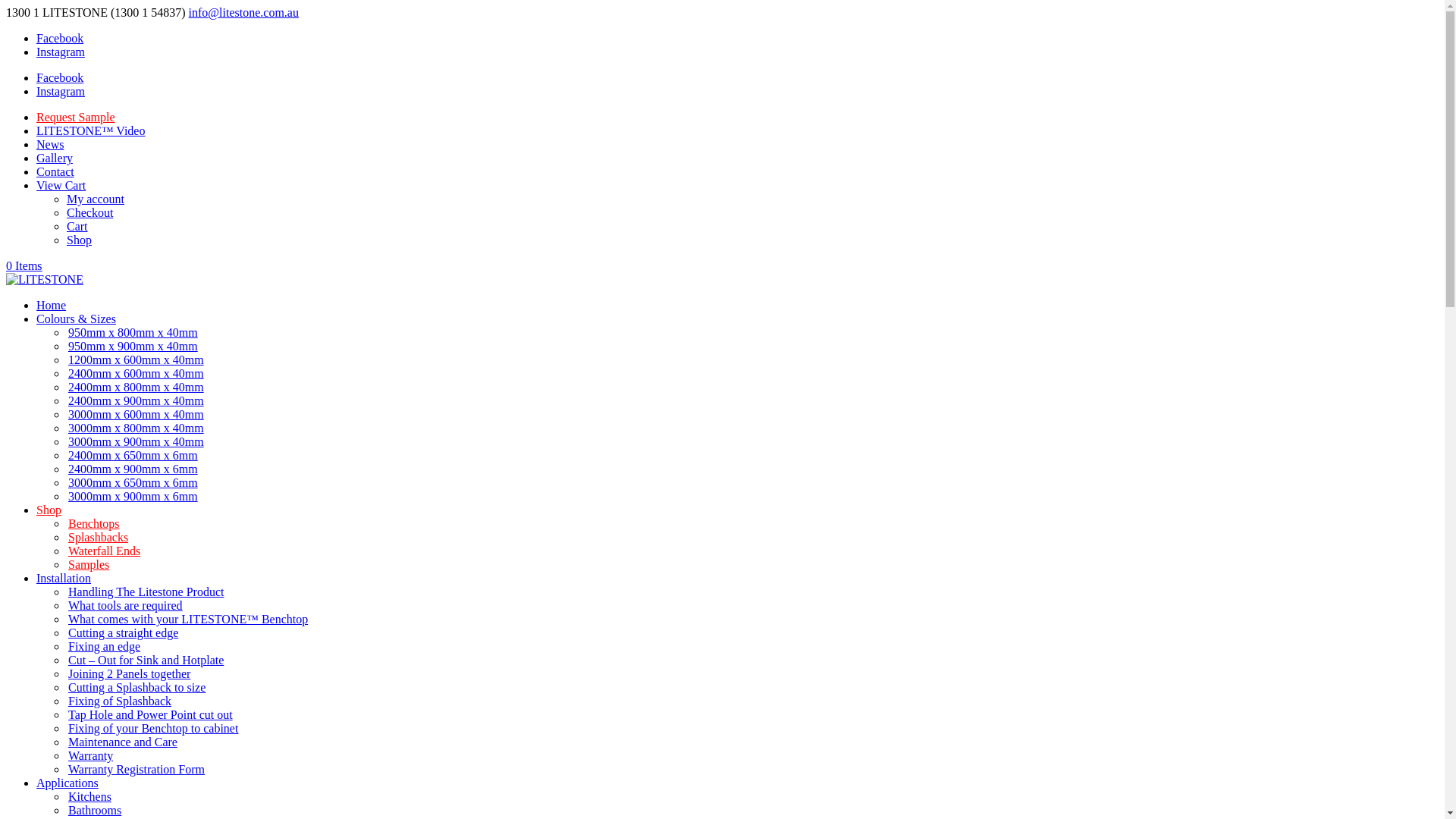 The image size is (1456, 819). Describe the element at coordinates (65, 769) in the screenshot. I see `'Warranty Registration Form'` at that location.